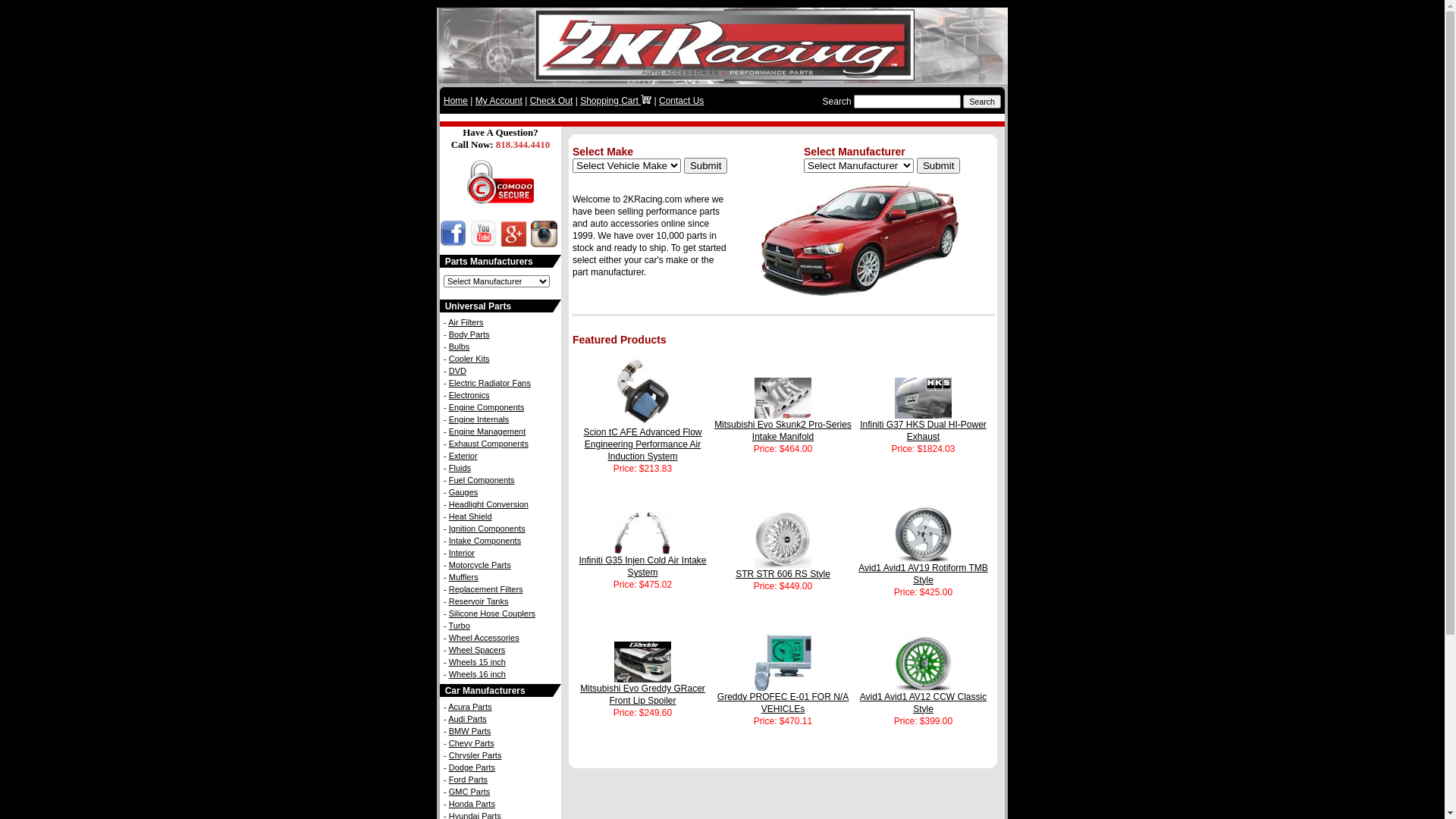 The height and width of the screenshot is (819, 1456). Describe the element at coordinates (465, 321) in the screenshot. I see `'Air Filters'` at that location.